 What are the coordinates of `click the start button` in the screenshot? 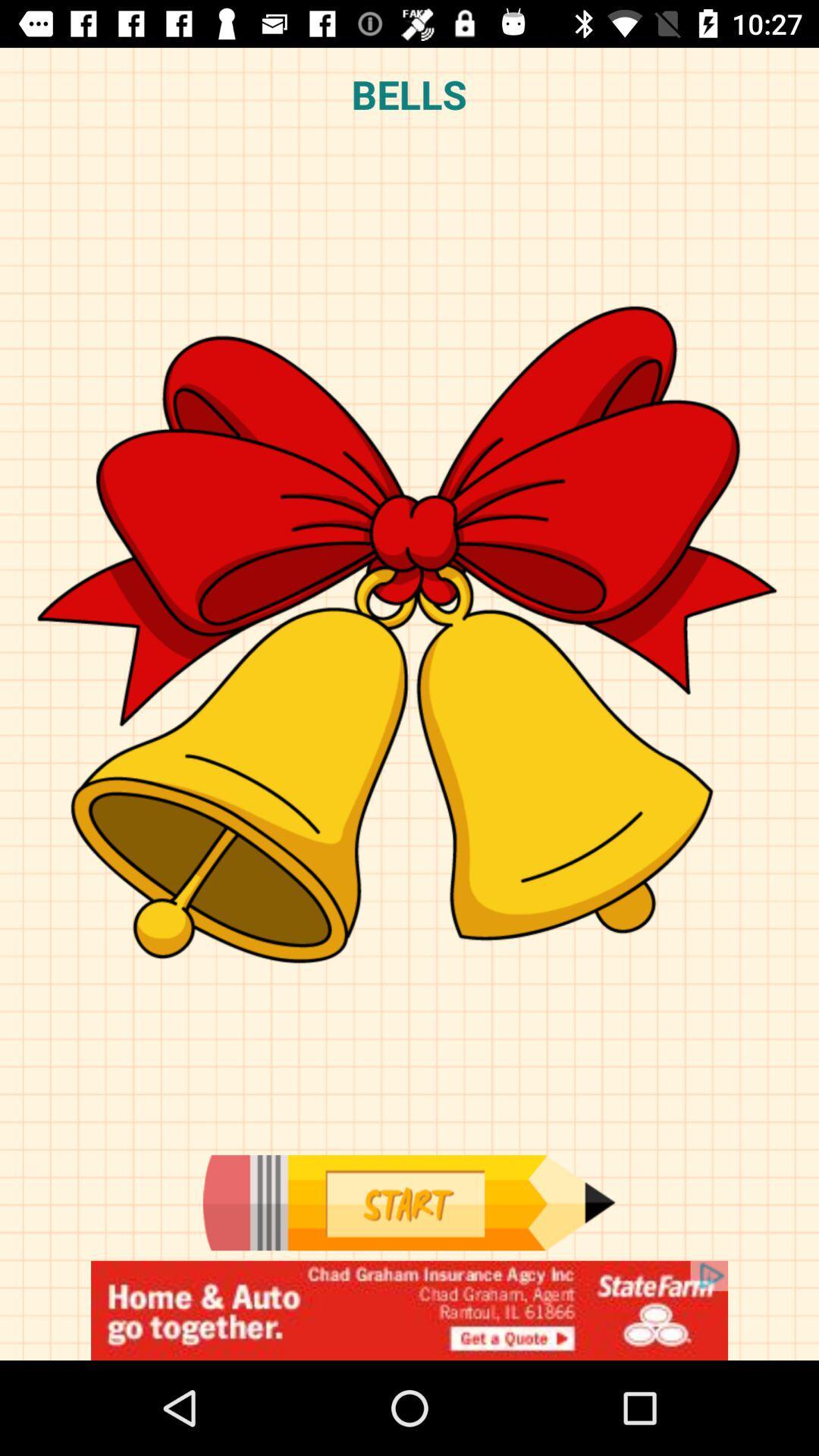 It's located at (408, 1202).